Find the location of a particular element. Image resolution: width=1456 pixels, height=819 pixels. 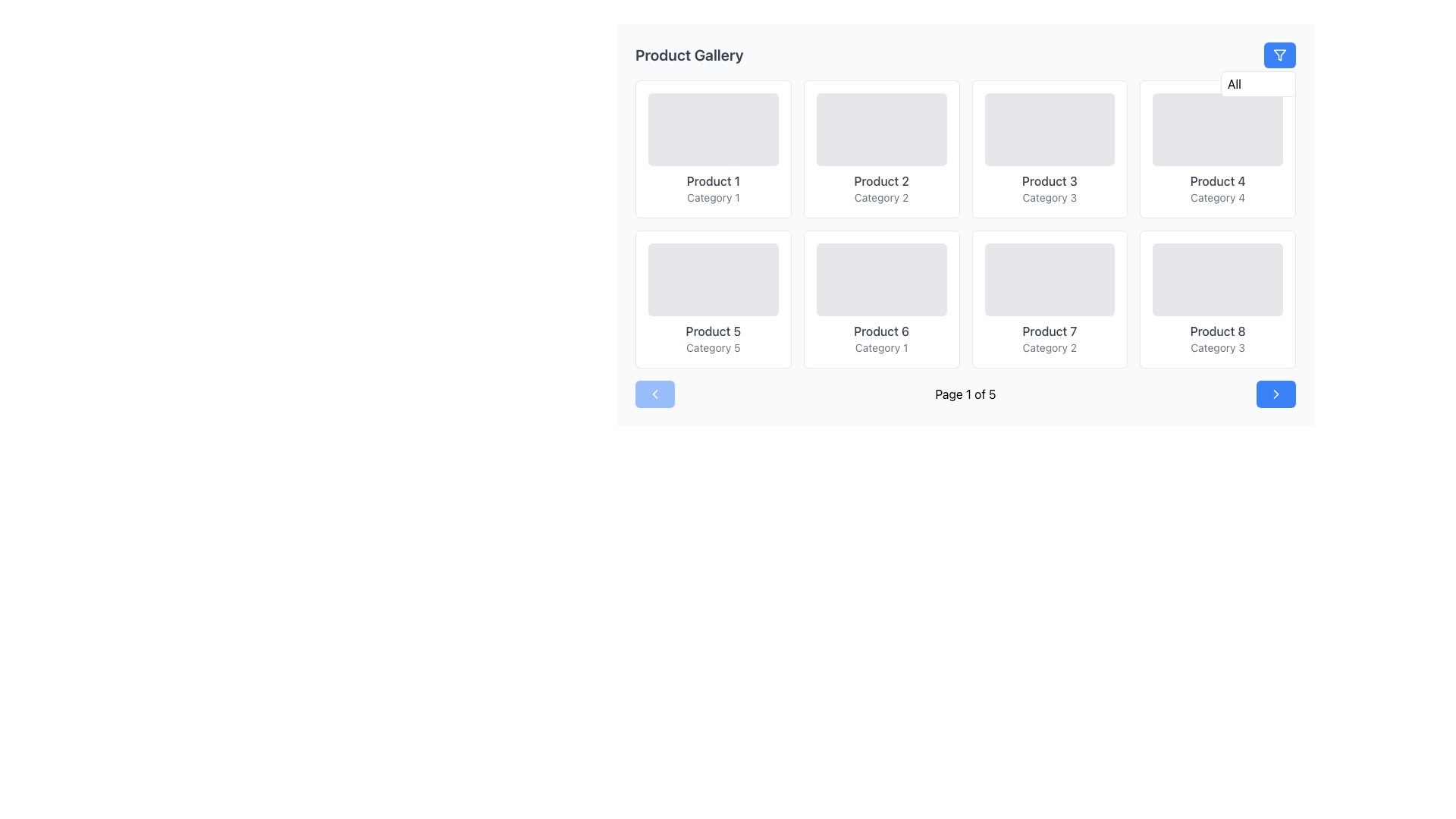

the text label displaying 'Product 8' located in the bottom-right card of the product grid, specifically positioned between an image placeholder and a category descriptor is located at coordinates (1218, 330).